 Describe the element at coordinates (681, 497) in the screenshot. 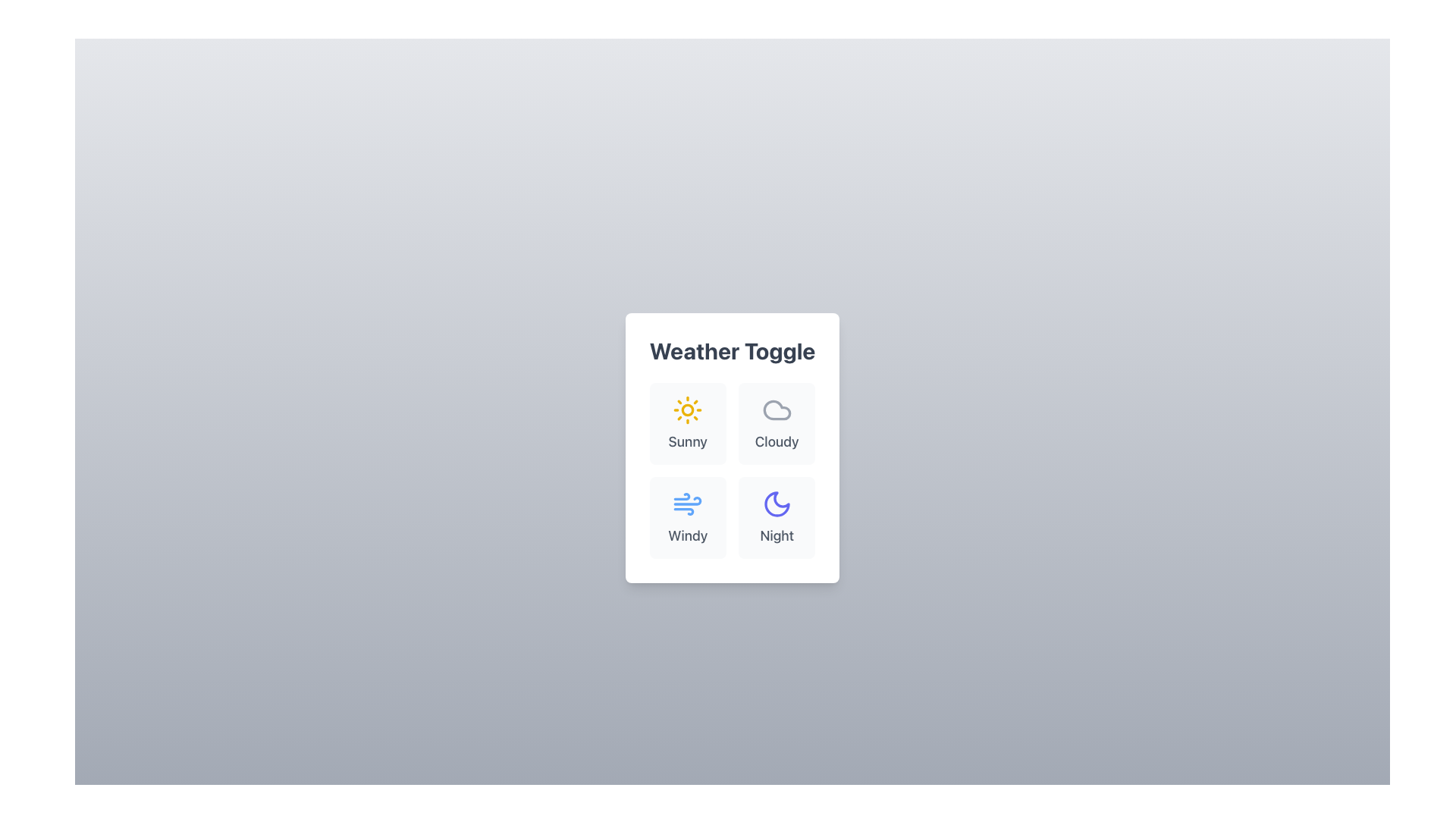

I see `the blue graphical icon representing wind, which consists of a curved line and dots` at that location.